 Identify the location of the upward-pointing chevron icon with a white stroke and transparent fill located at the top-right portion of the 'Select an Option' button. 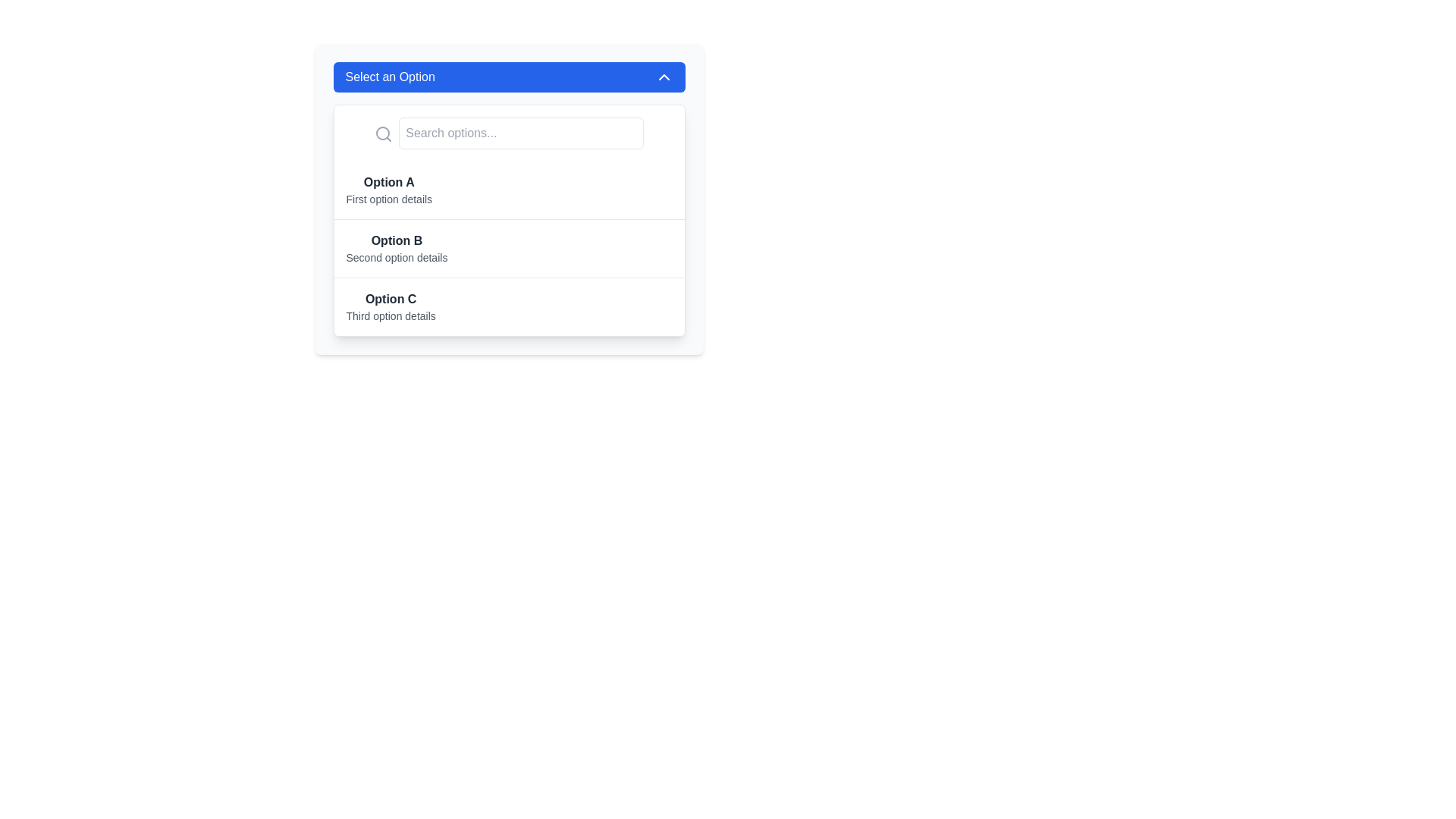
(664, 77).